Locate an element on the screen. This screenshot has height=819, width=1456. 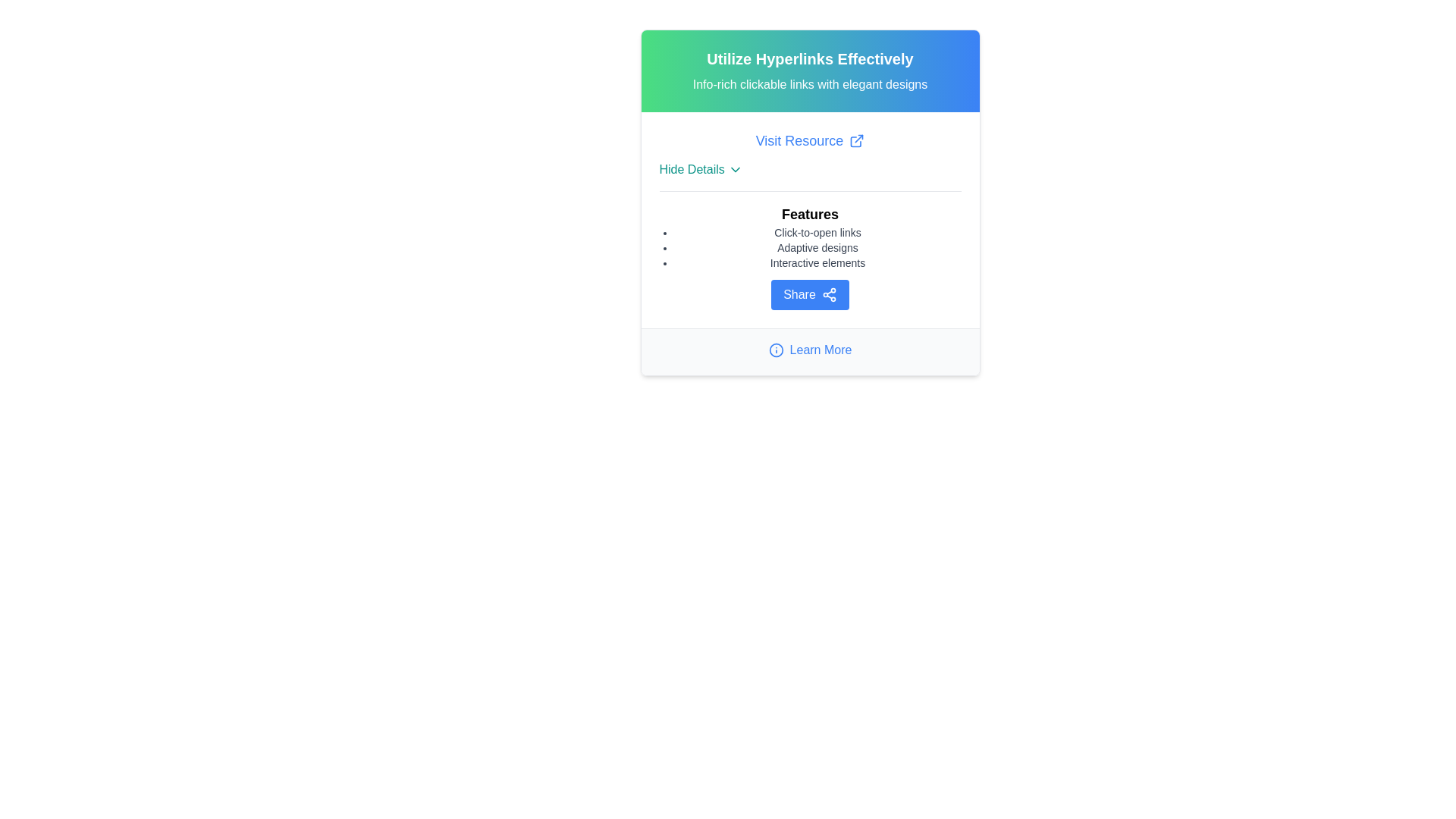
the vertical bullet list containing the items 'Click-to-open links', 'Adaptive designs', and 'Interactive elements', which is styled with gray text and located below the 'Features' heading is located at coordinates (817, 247).